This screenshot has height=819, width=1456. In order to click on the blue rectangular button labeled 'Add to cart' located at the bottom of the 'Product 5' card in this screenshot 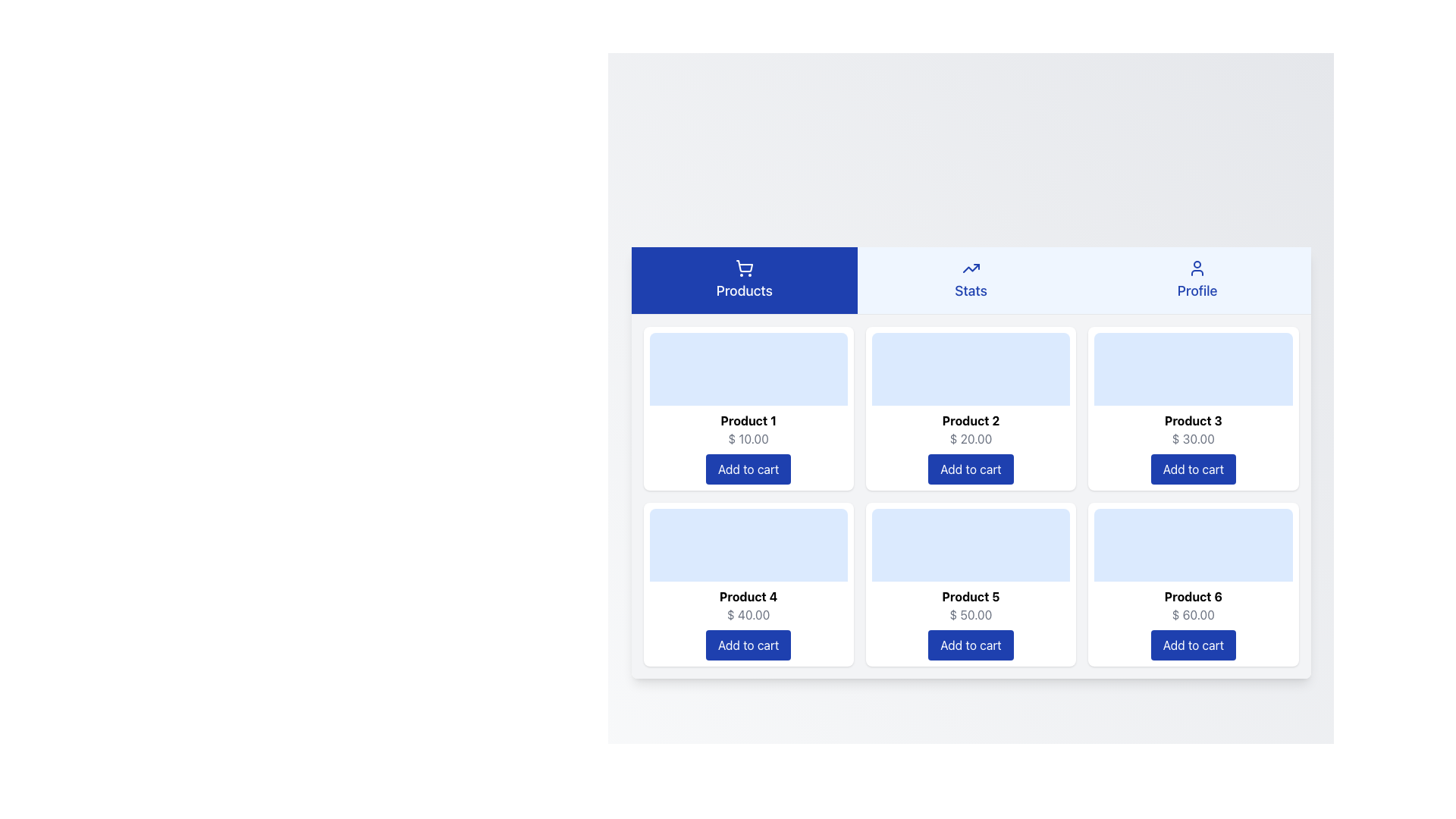, I will do `click(971, 645)`.